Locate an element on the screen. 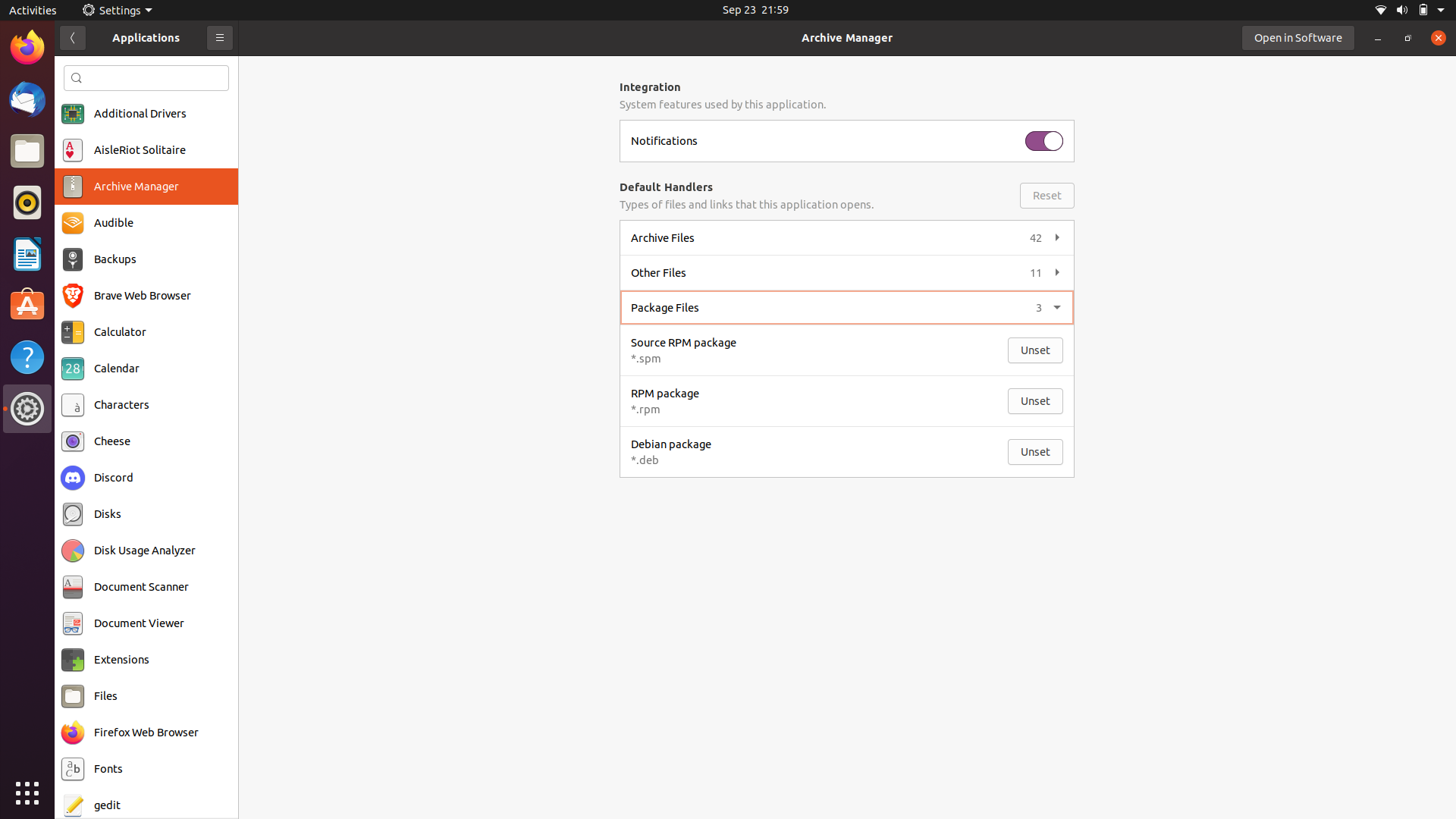 This screenshot has width=1456, height=819. Condense the ongoing window to its icon size is located at coordinates (1379, 37).